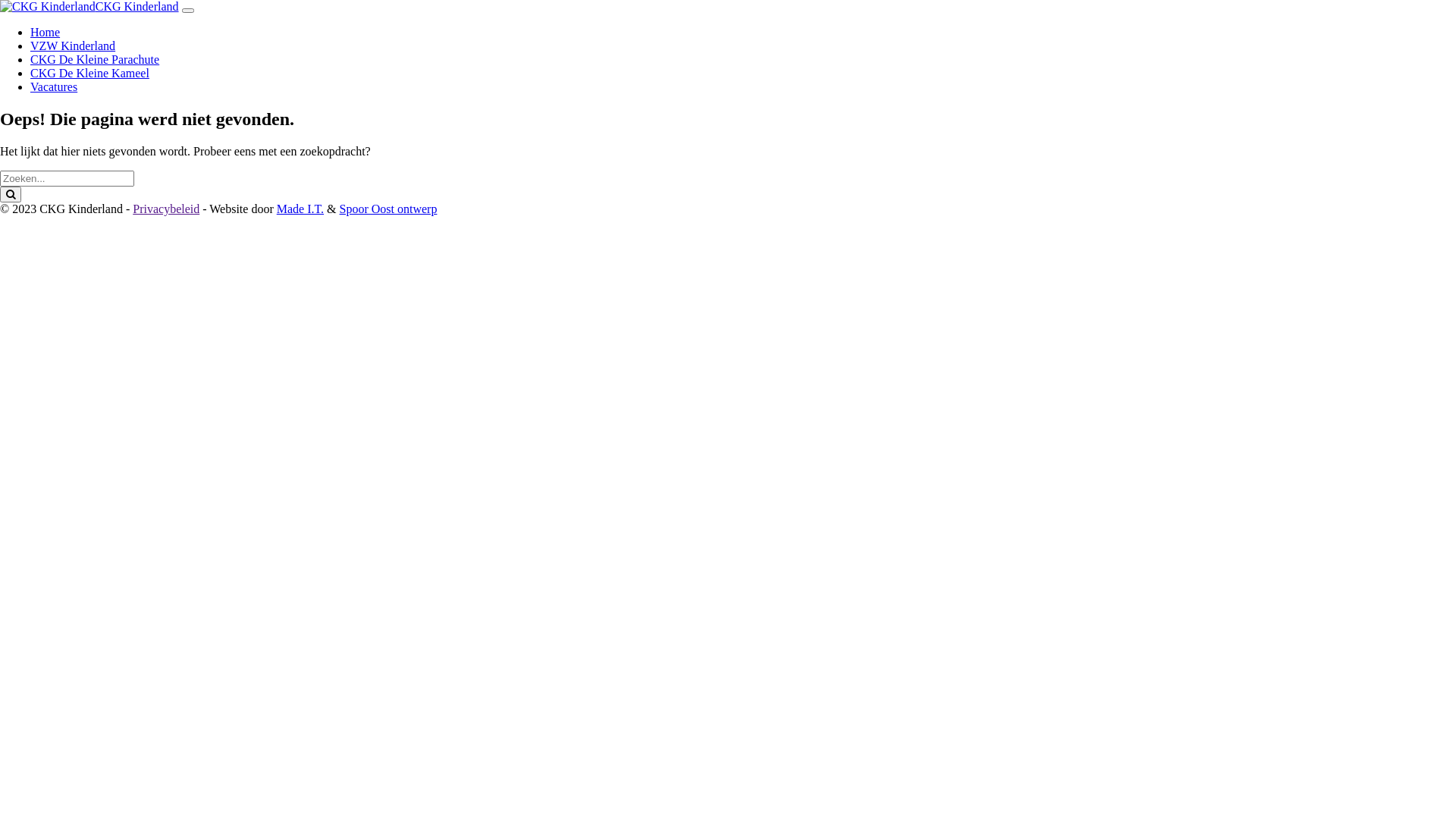 This screenshot has height=819, width=1456. Describe the element at coordinates (11, 193) in the screenshot. I see `'Zoeken'` at that location.